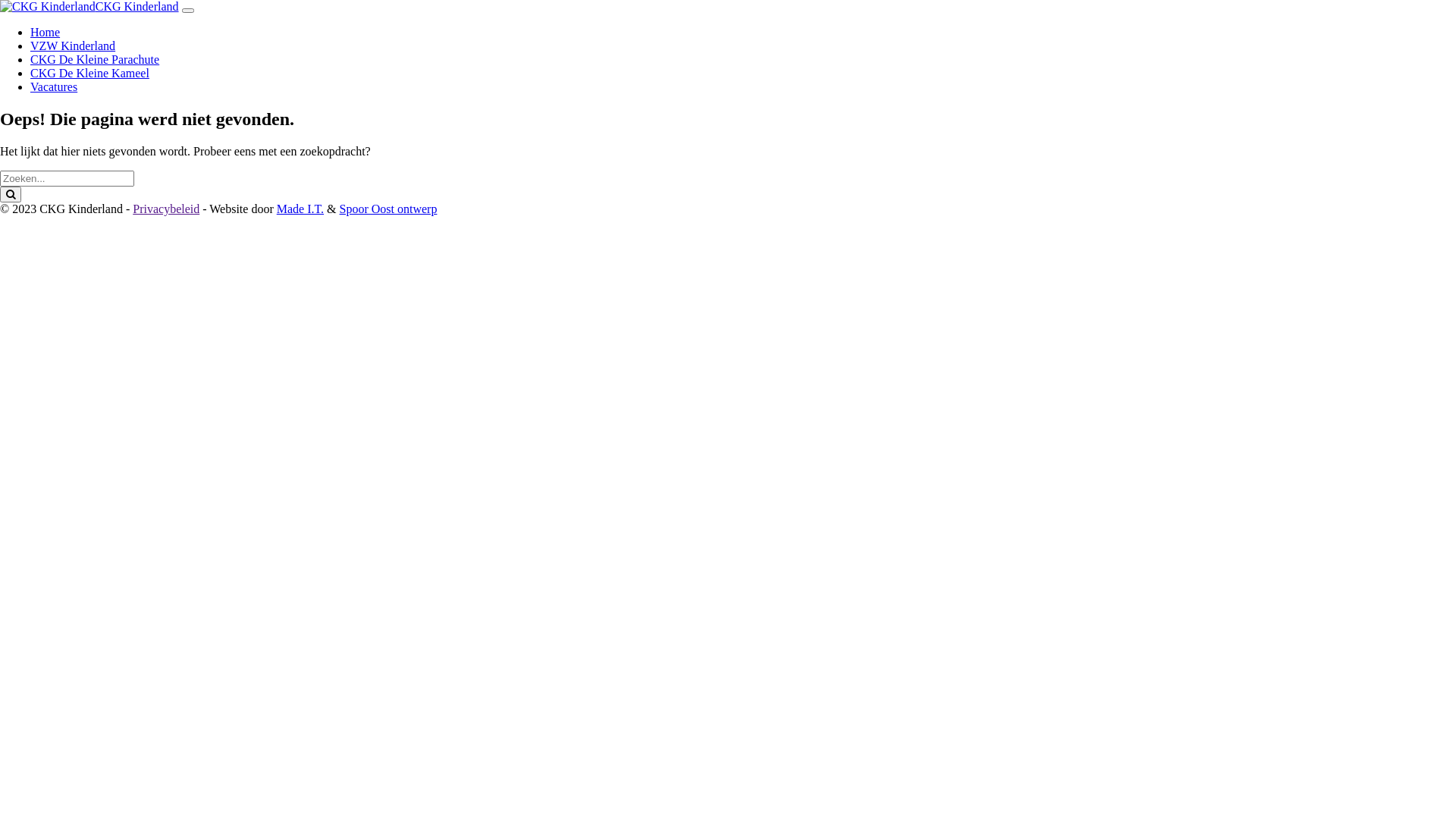 This screenshot has height=819, width=1456. Describe the element at coordinates (11, 193) in the screenshot. I see `'Zoeken'` at that location.